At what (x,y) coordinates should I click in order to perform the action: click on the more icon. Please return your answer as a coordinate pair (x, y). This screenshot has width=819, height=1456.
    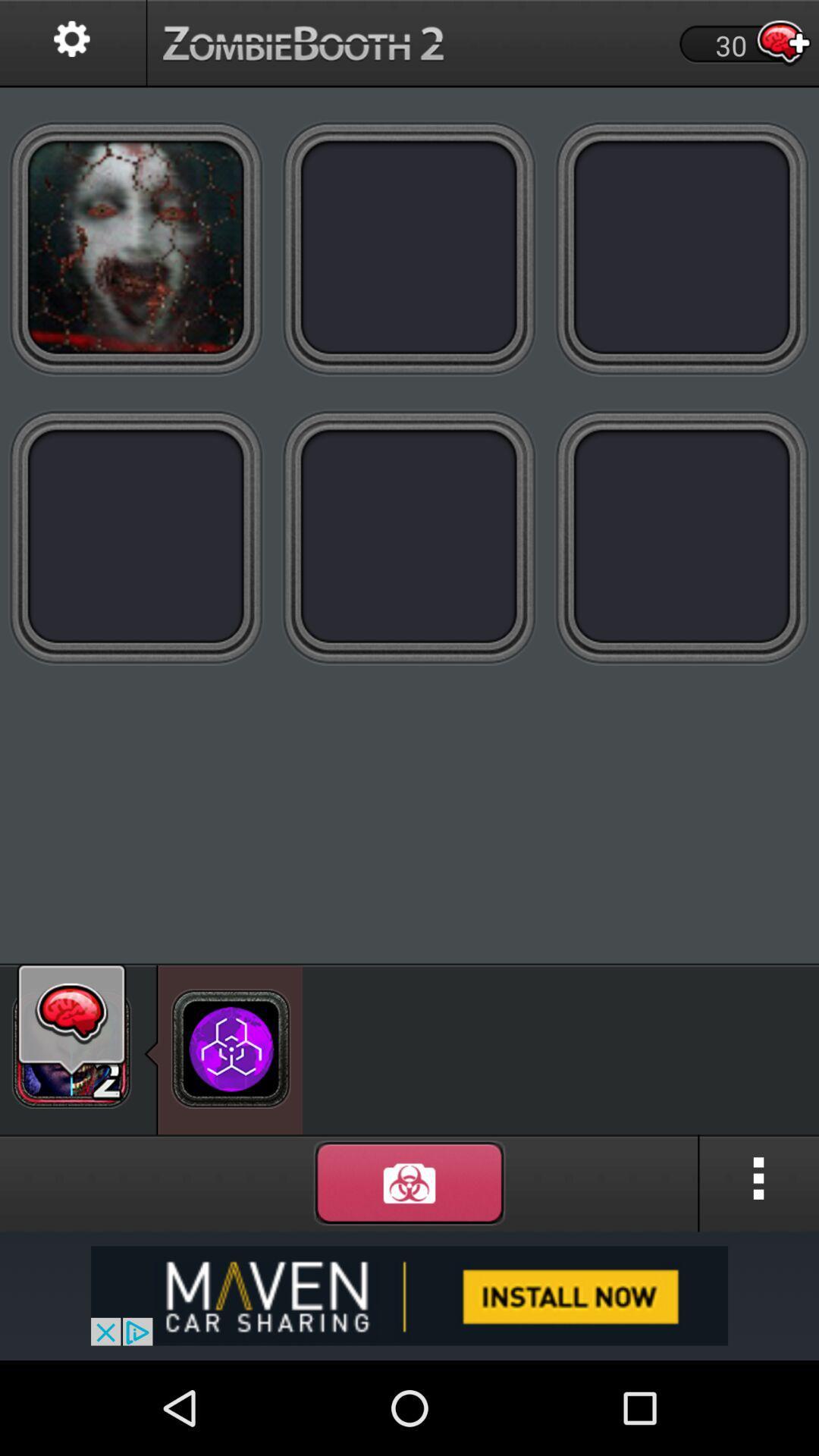
    Looking at the image, I should click on (759, 1266).